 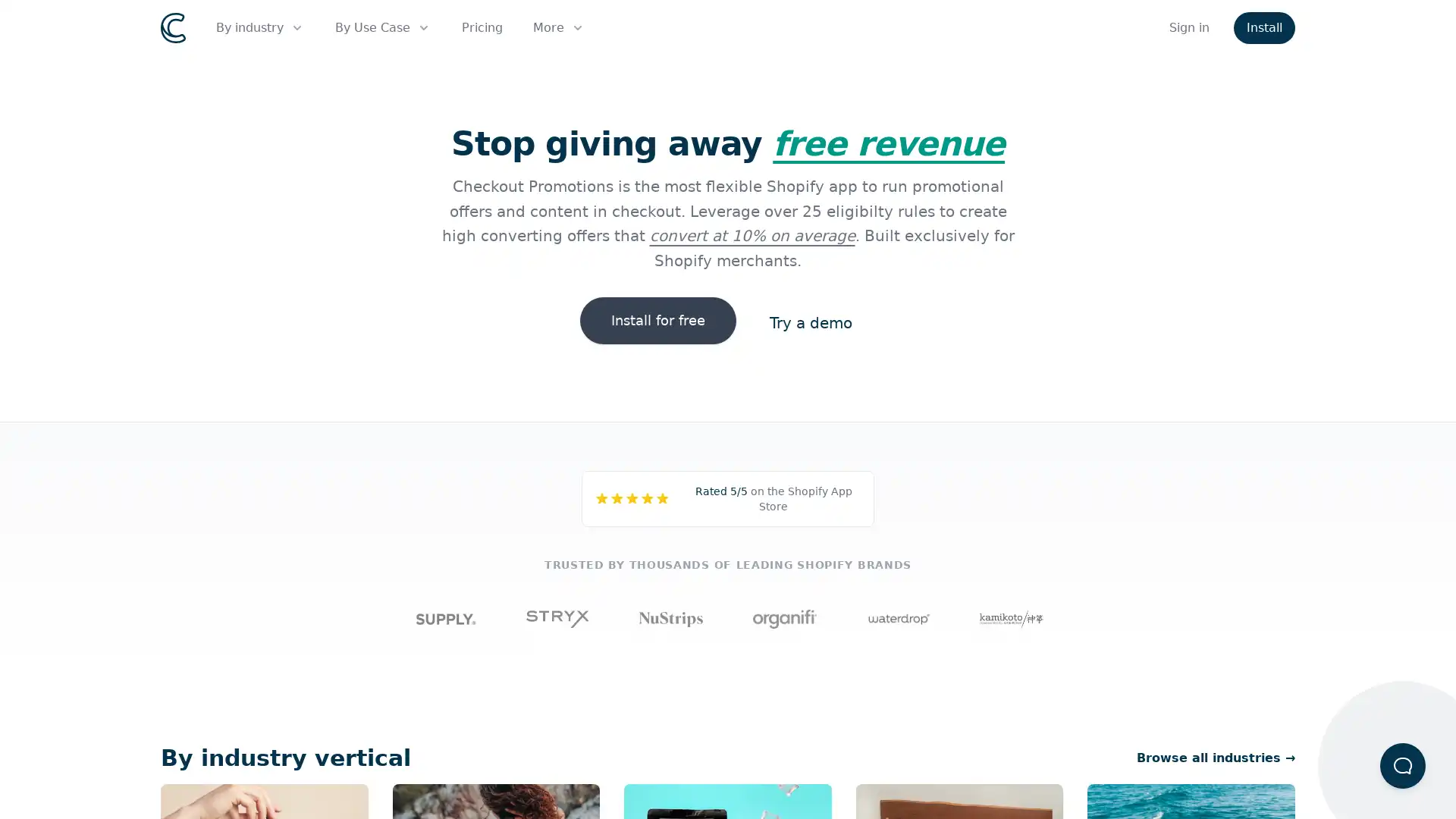 I want to click on More, so click(x=558, y=28).